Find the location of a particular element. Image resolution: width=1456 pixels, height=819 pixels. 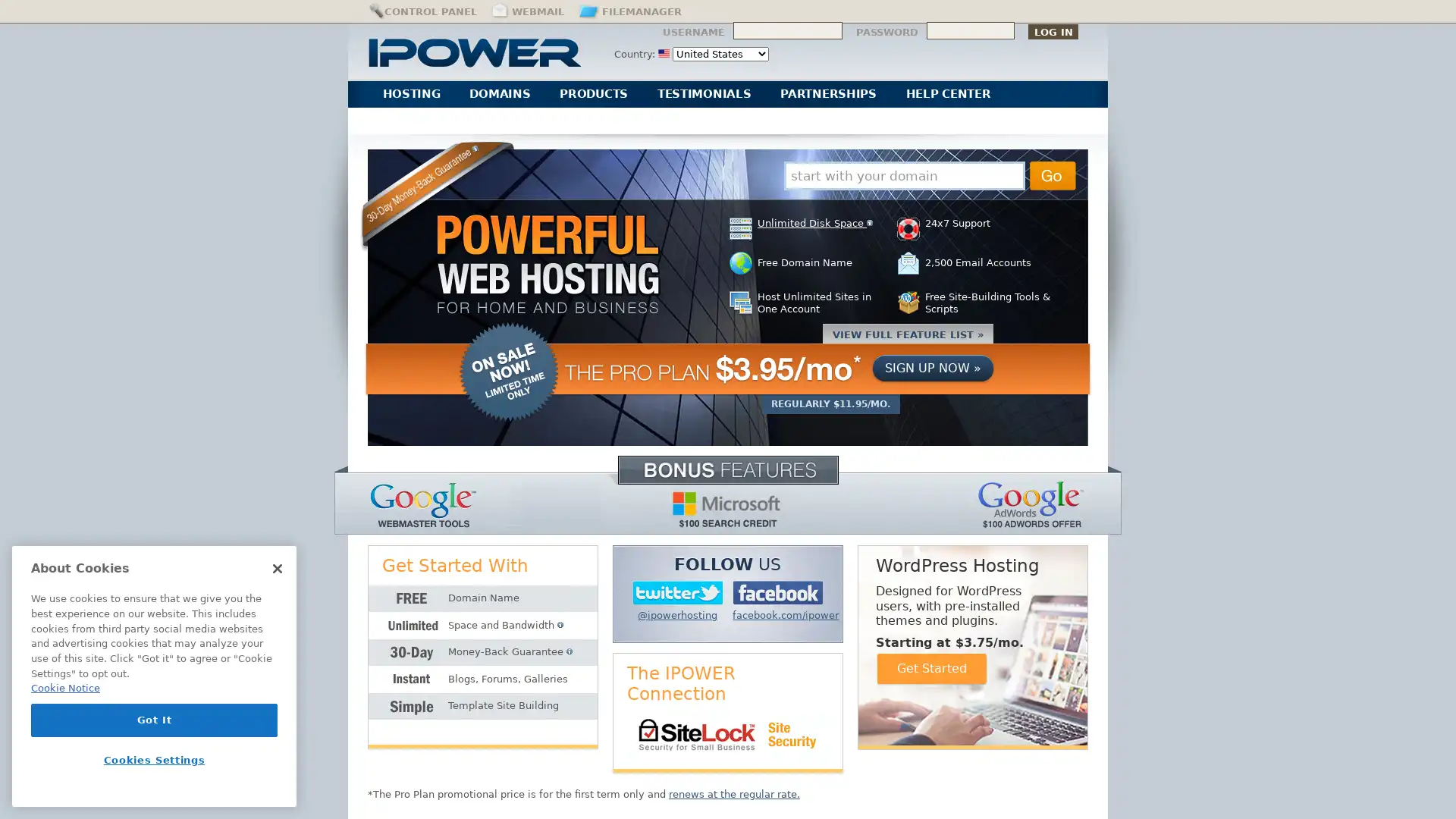

Go is located at coordinates (1052, 174).